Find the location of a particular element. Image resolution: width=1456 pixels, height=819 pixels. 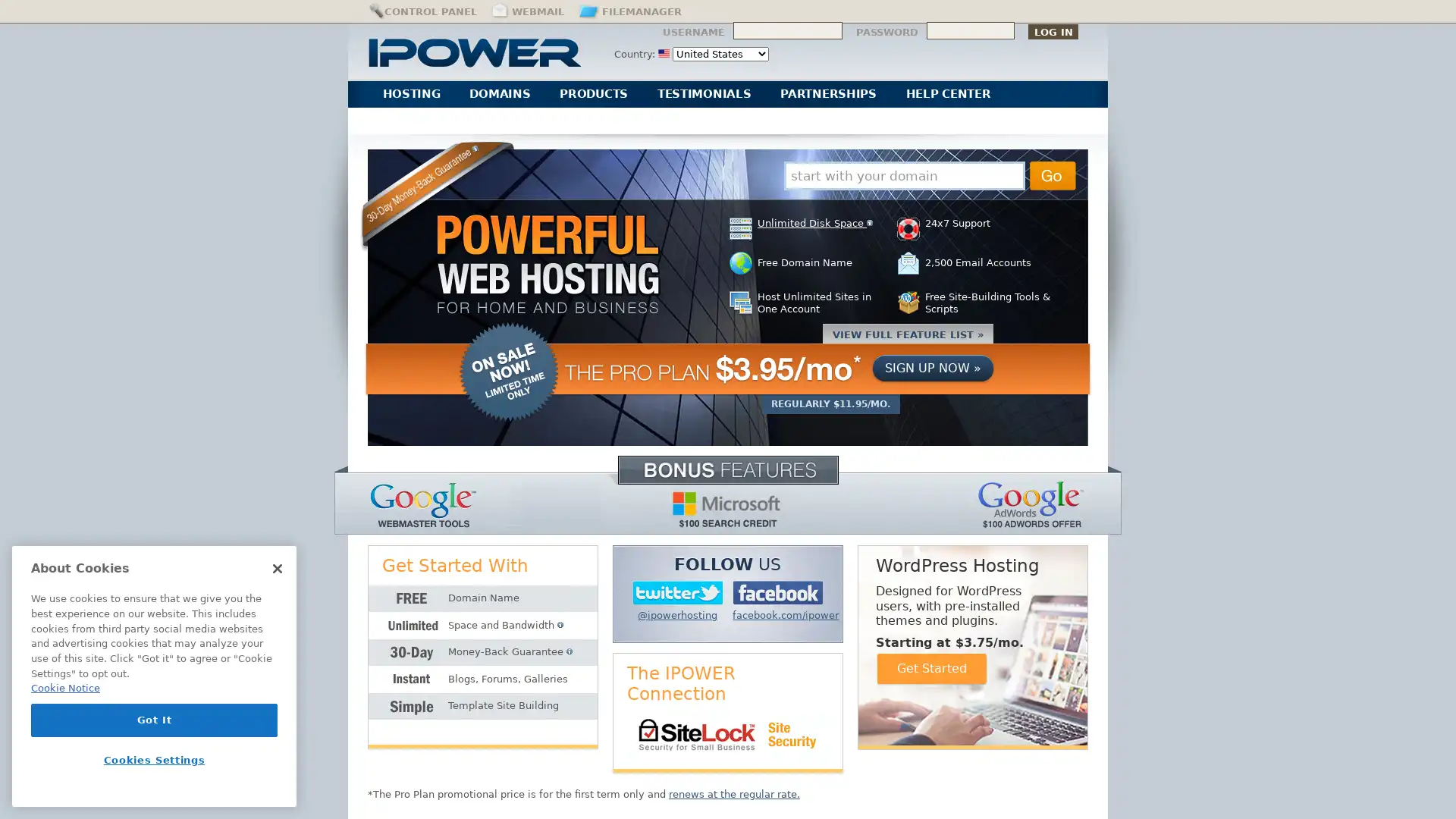

Go is located at coordinates (1052, 174).